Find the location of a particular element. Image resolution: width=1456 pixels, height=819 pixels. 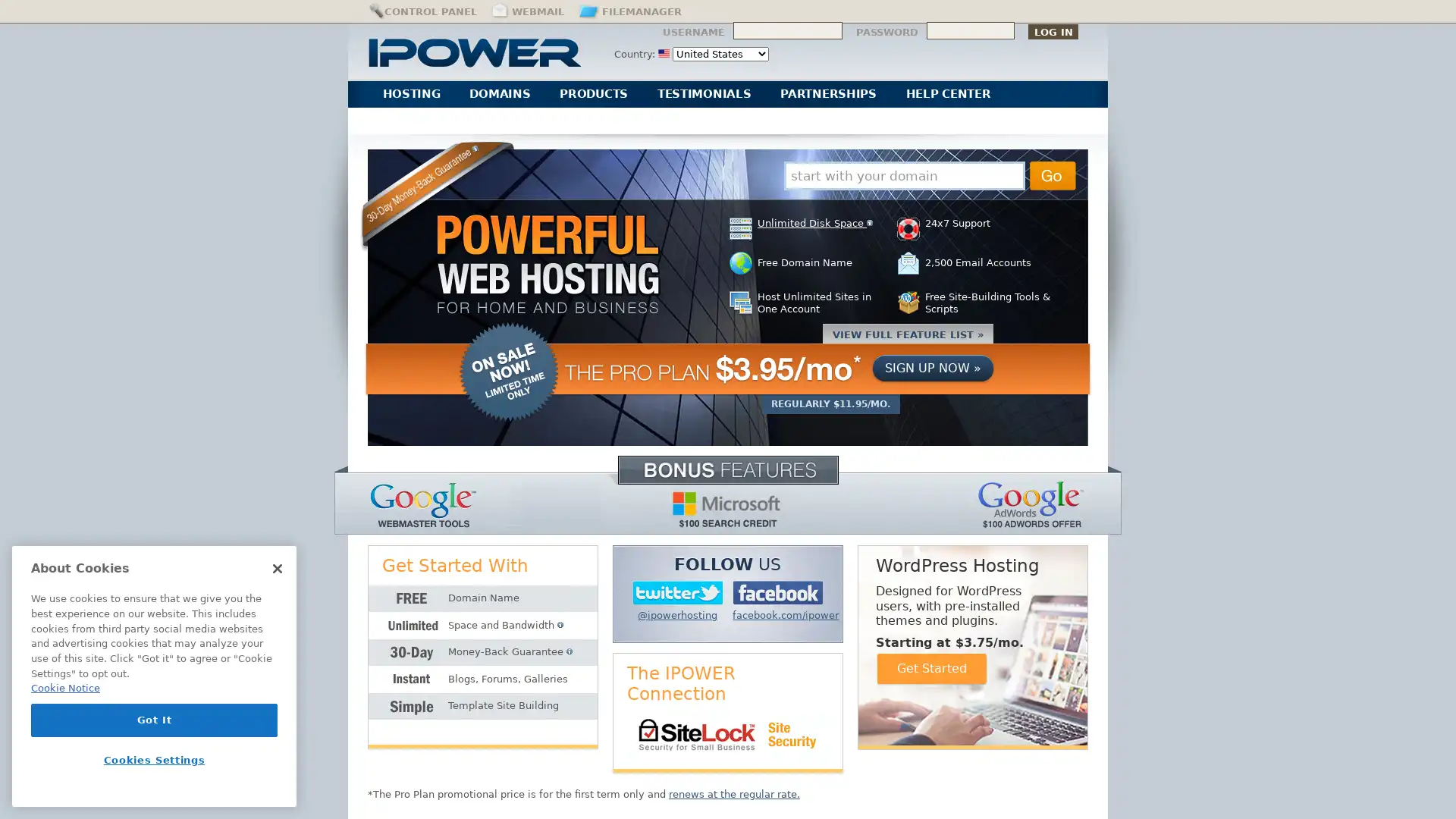

Go is located at coordinates (1052, 174).